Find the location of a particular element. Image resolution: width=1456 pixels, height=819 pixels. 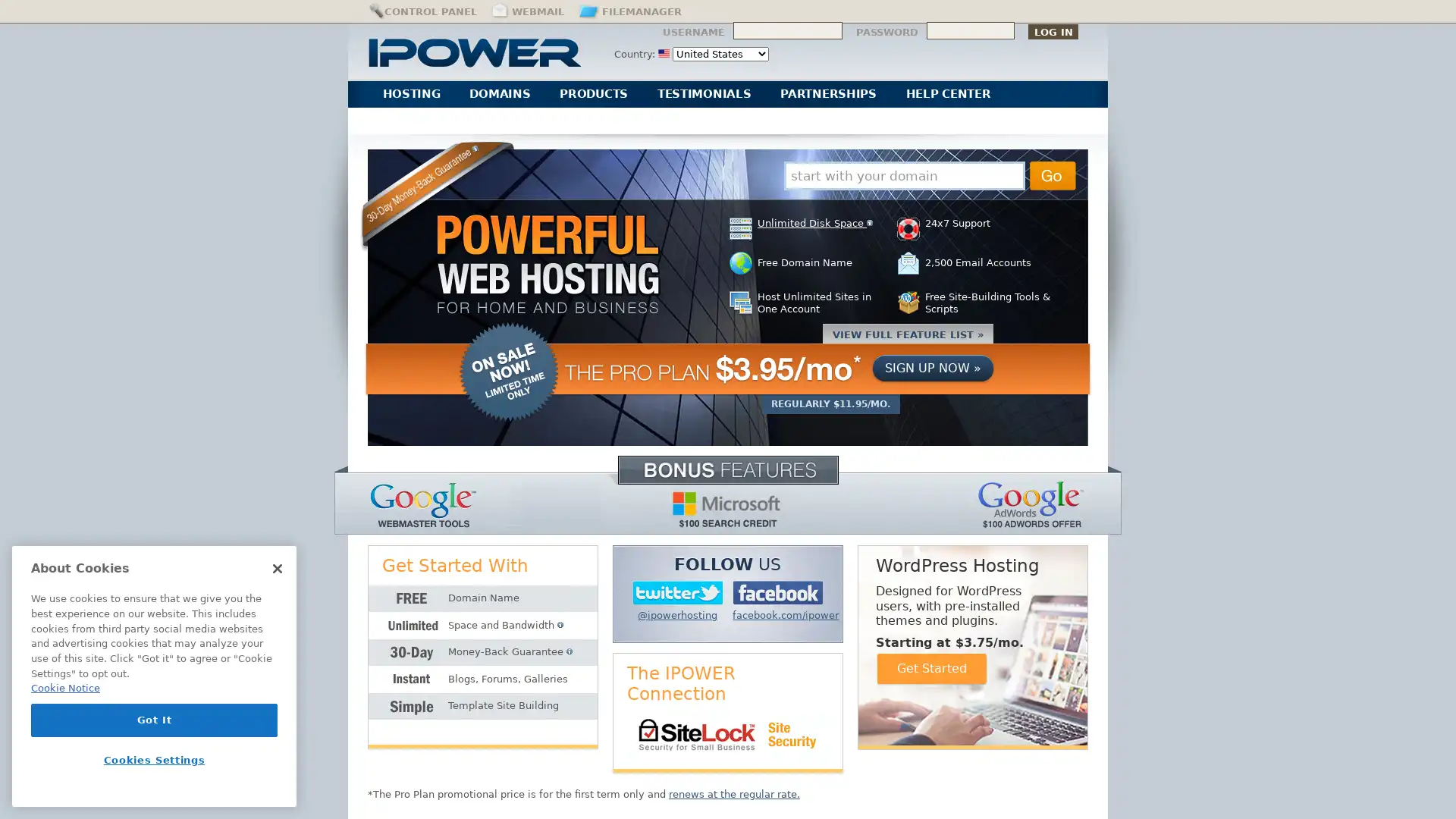

Go is located at coordinates (1052, 174).